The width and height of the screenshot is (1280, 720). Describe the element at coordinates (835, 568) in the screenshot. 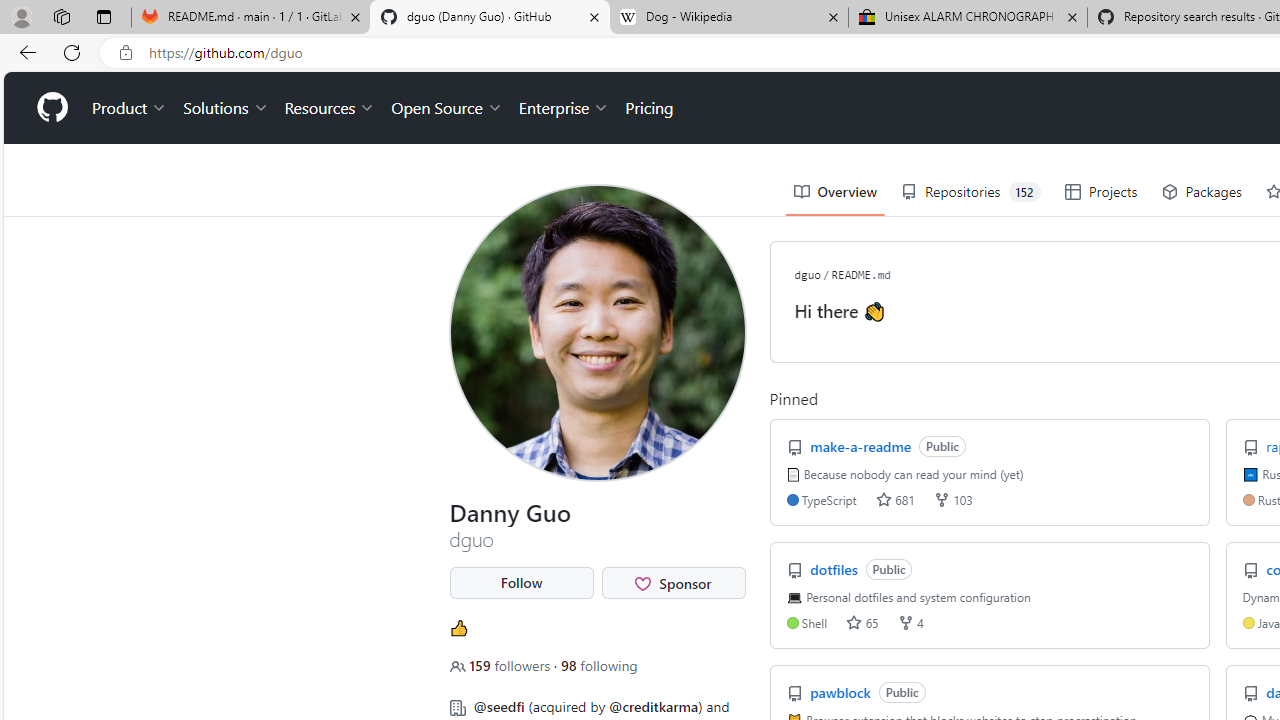

I see `'dotfiles'` at that location.